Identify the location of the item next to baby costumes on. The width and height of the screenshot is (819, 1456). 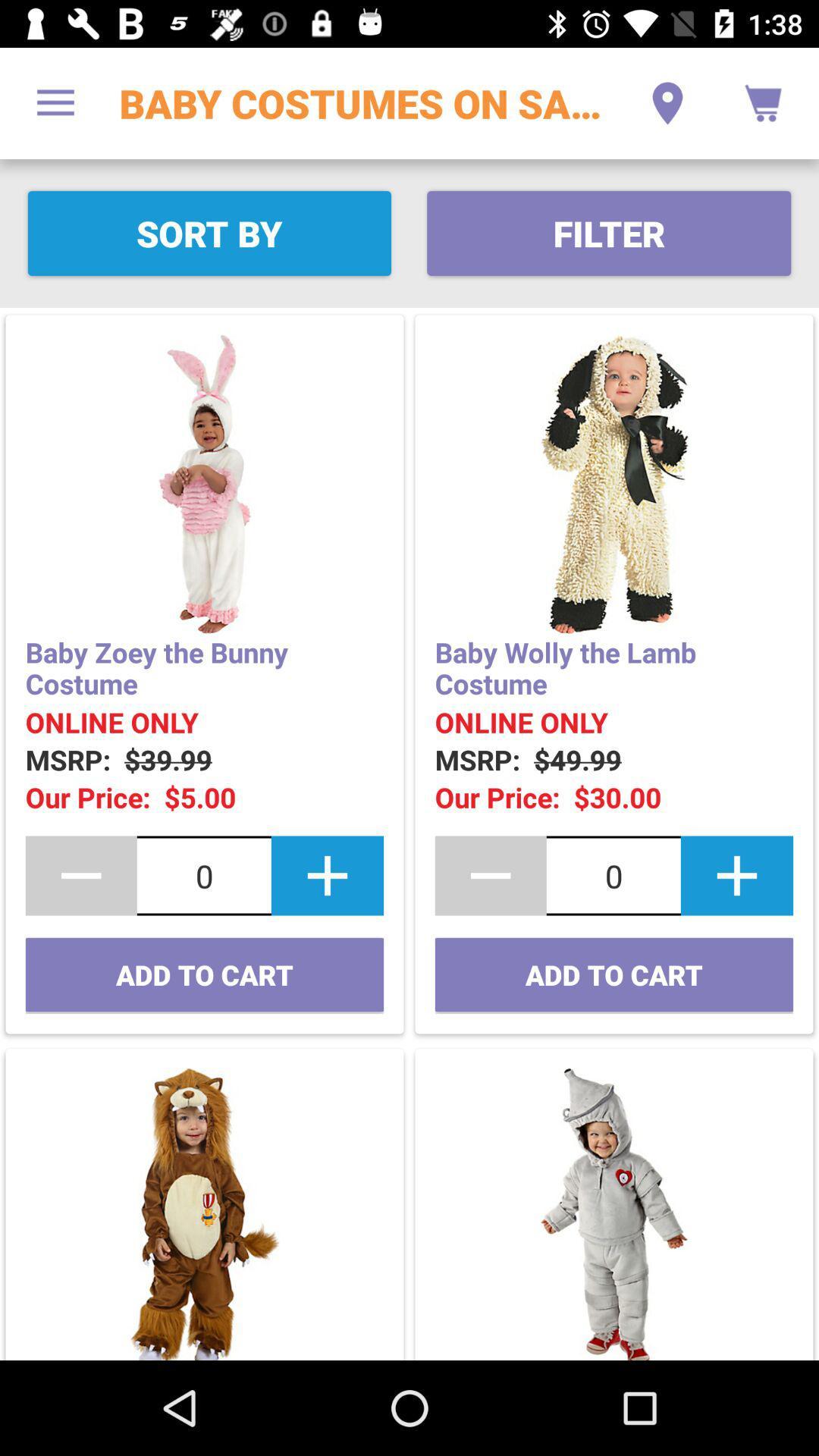
(55, 102).